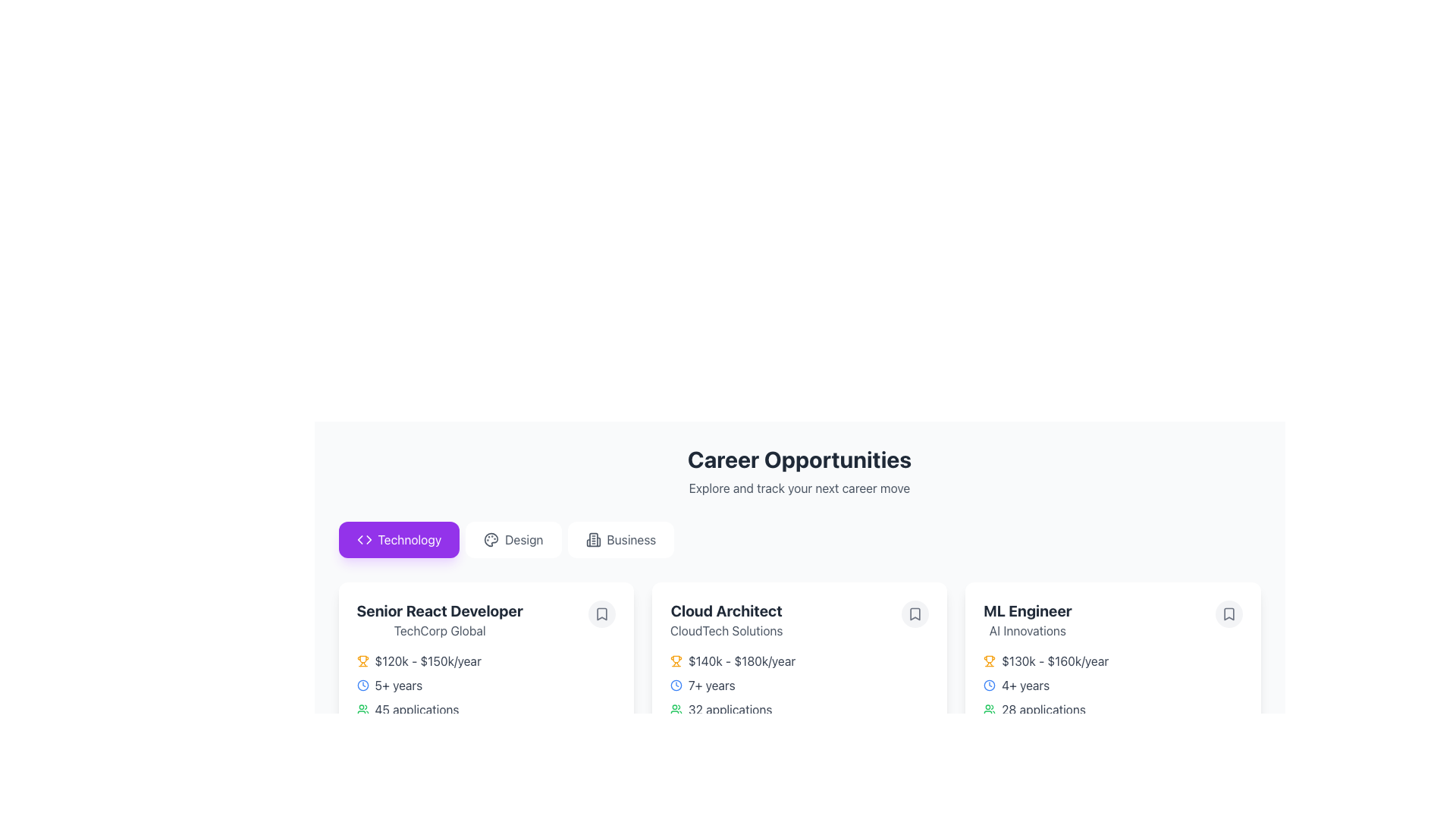 The height and width of the screenshot is (819, 1456). I want to click on the third vertical segment of the icon that depicts a structure or building, so click(598, 541).